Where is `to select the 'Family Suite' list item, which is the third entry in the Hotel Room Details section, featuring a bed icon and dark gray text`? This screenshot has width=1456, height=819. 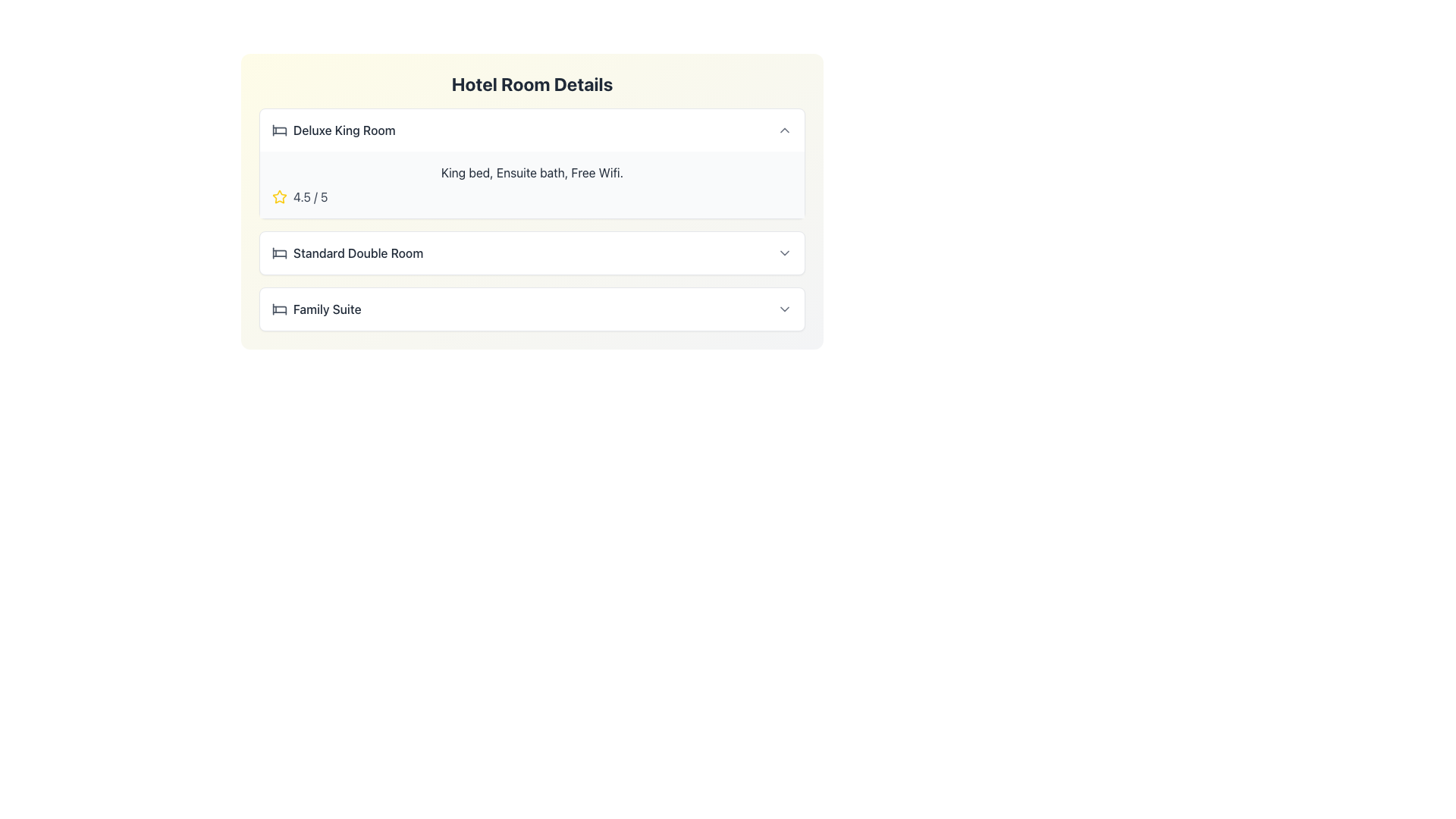
to select the 'Family Suite' list item, which is the third entry in the Hotel Room Details section, featuring a bed icon and dark gray text is located at coordinates (315, 309).